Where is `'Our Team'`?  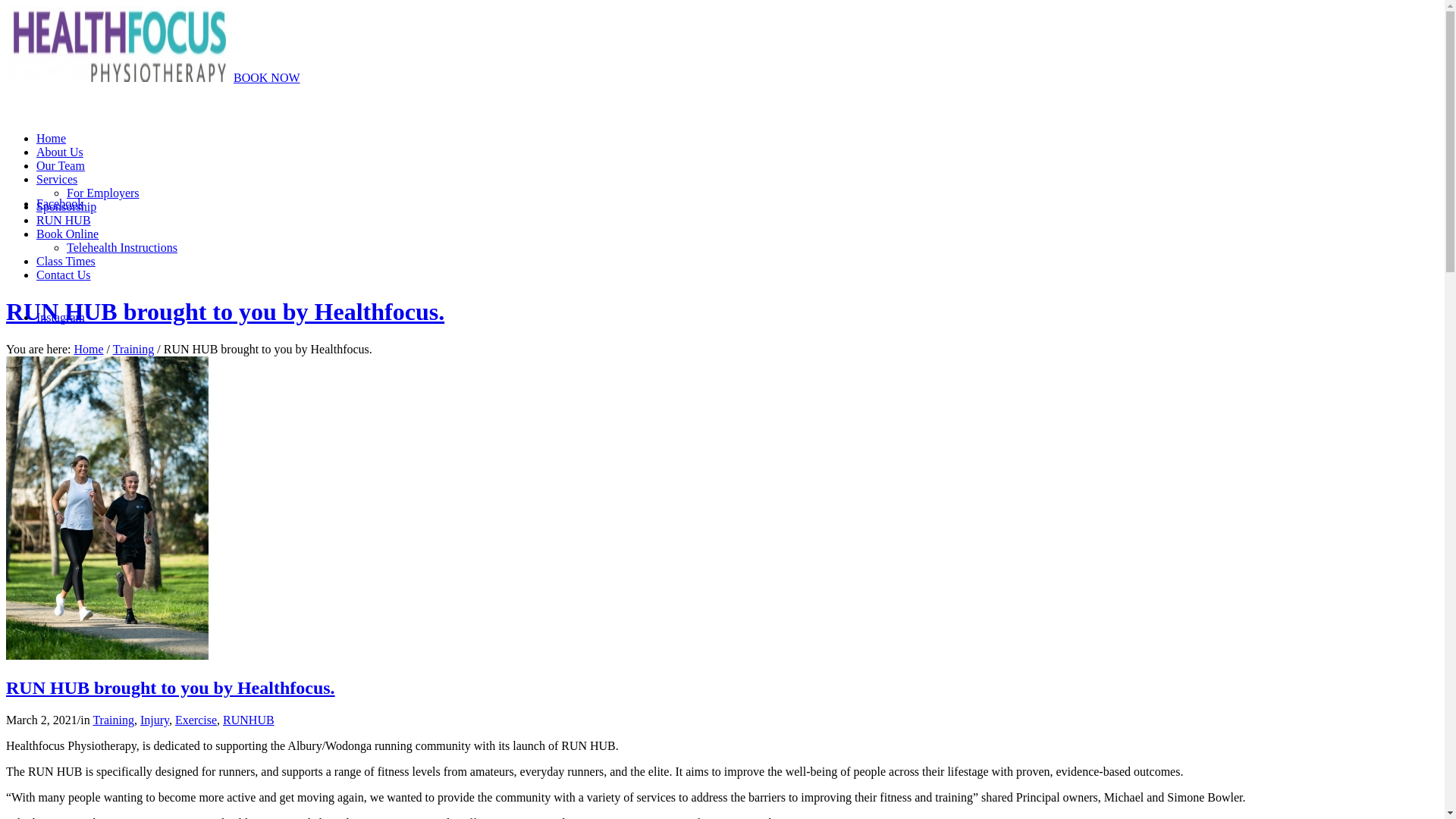
'Our Team' is located at coordinates (61, 165).